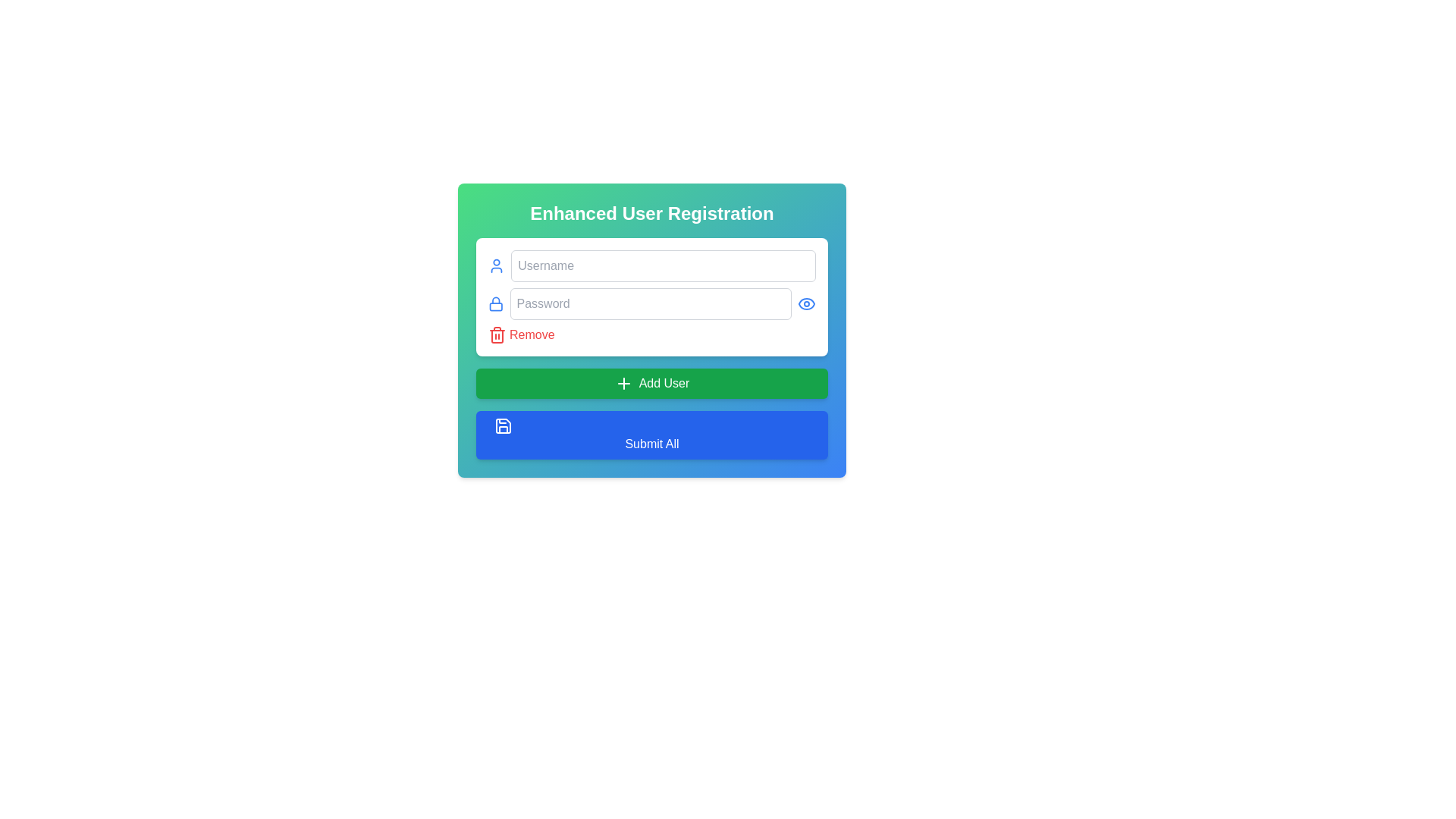 This screenshot has width=1456, height=819. I want to click on the delete button located directly below the password field to change its color, so click(521, 334).